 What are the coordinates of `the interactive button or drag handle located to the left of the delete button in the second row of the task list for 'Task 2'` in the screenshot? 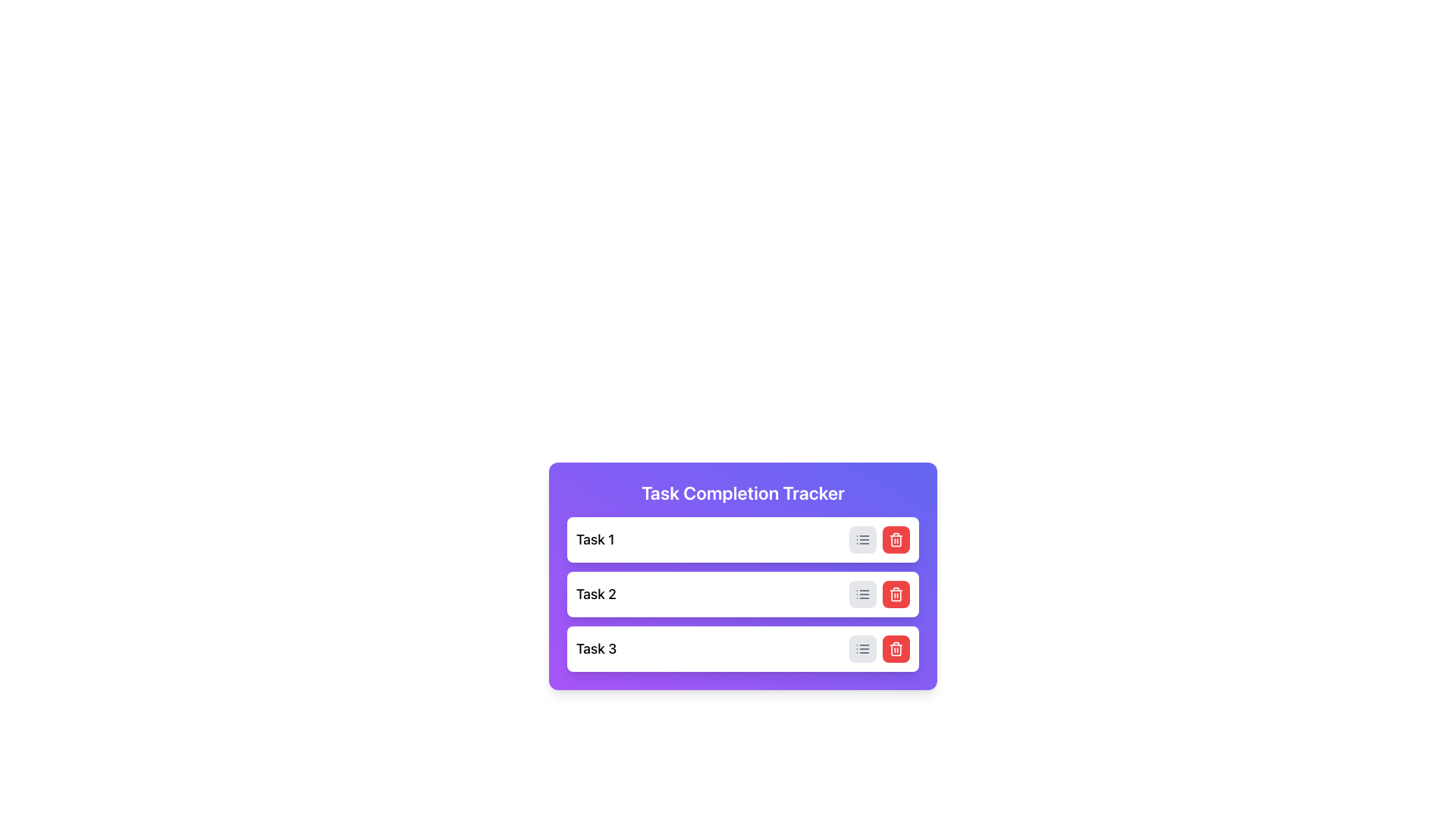 It's located at (862, 593).